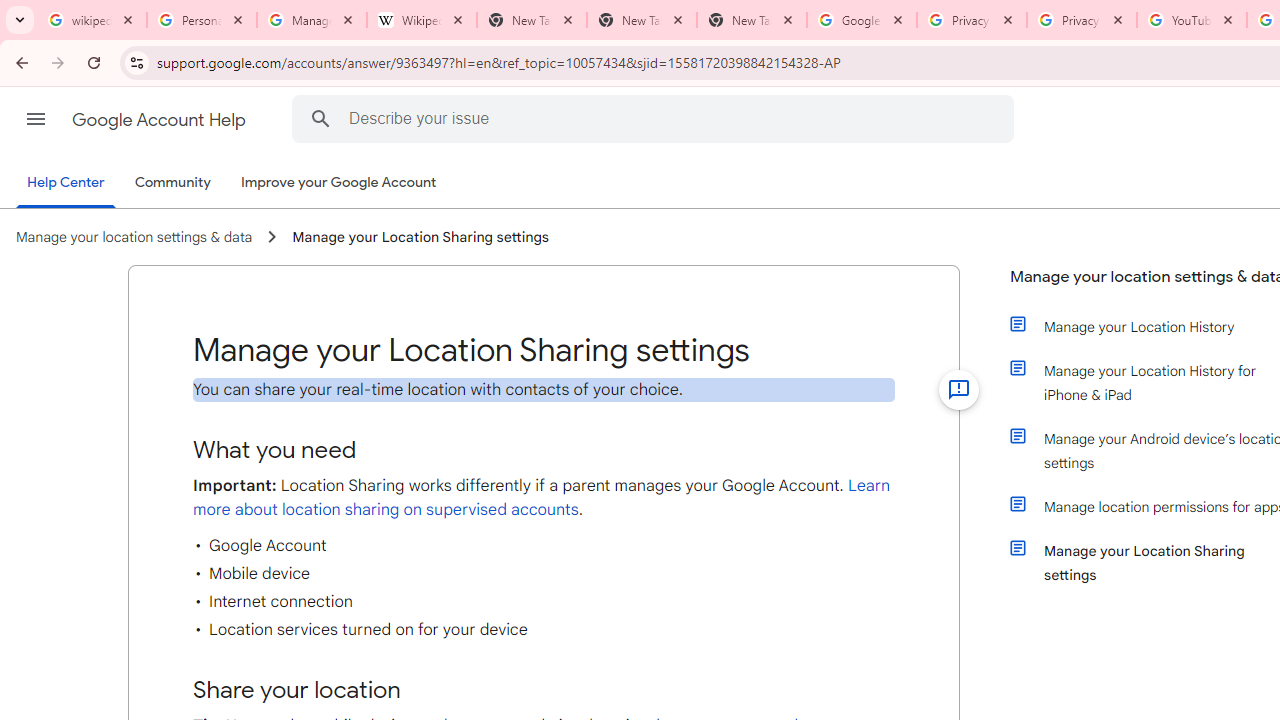 The width and height of the screenshot is (1280, 720). What do you see at coordinates (861, 20) in the screenshot?
I see `'Google Drive: Sign-in'` at bounding box center [861, 20].